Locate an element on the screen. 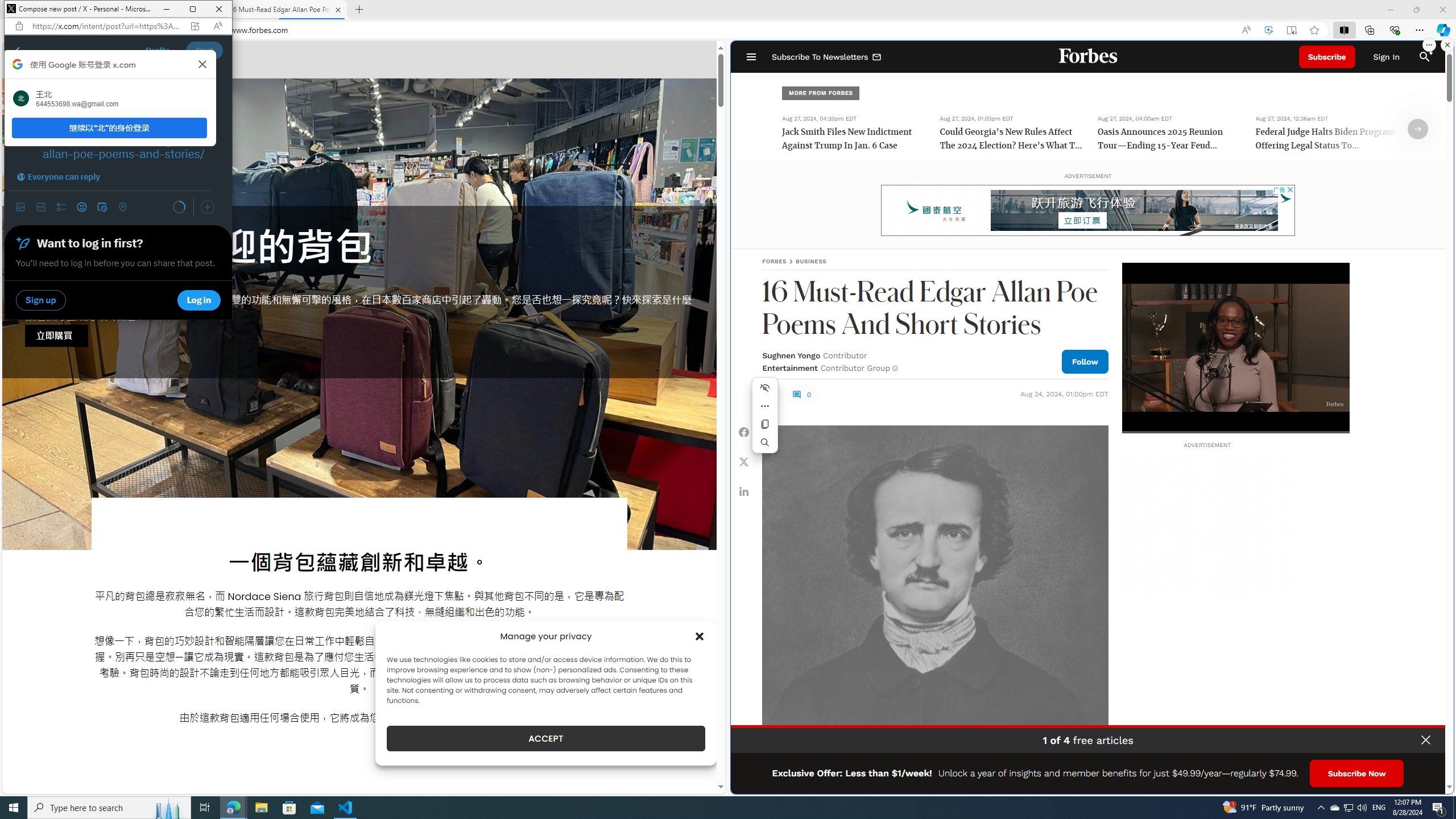  'More options.' is located at coordinates (1428, 44).